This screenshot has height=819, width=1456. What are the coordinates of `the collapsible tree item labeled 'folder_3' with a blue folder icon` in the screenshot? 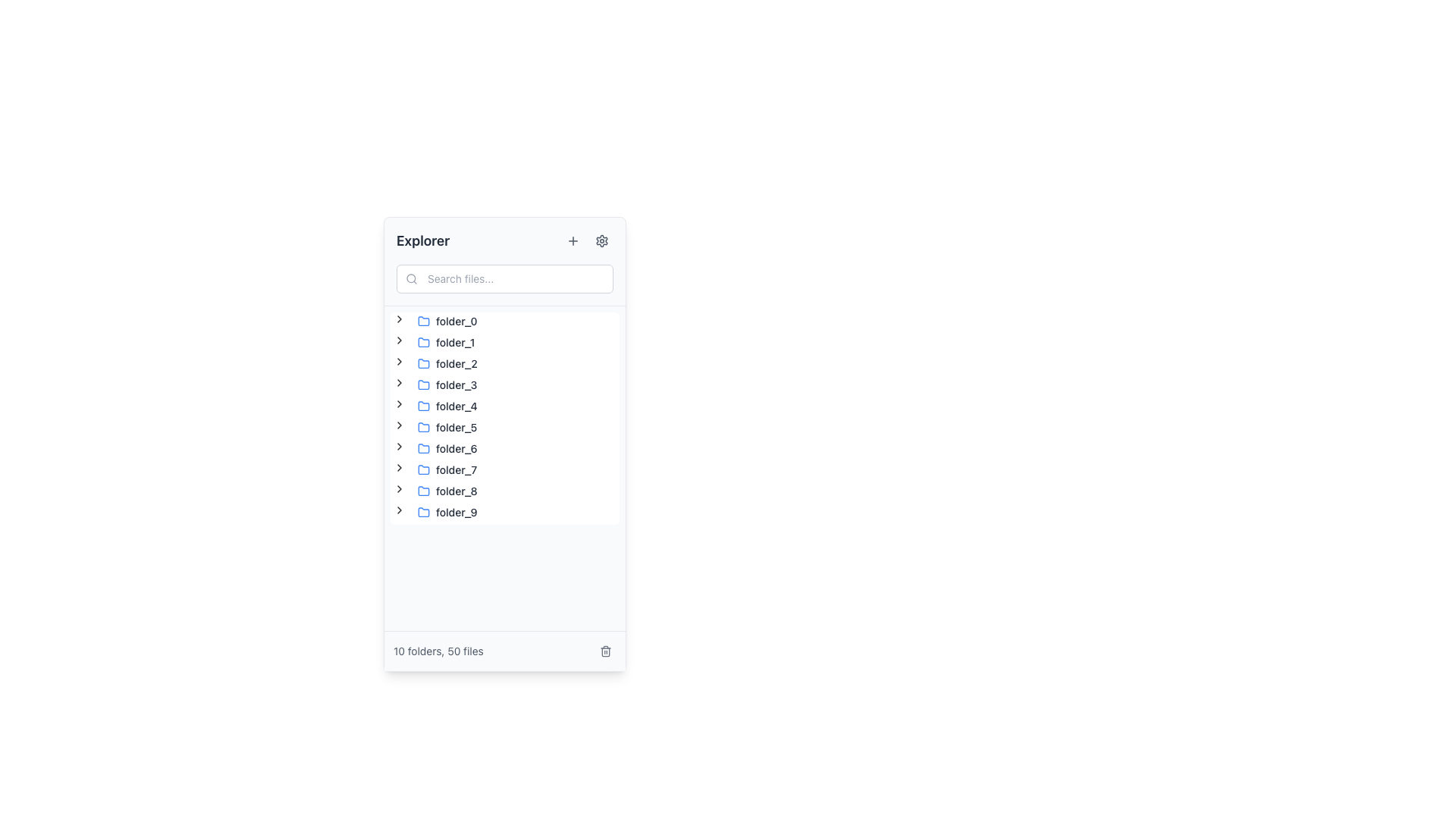 It's located at (436, 384).